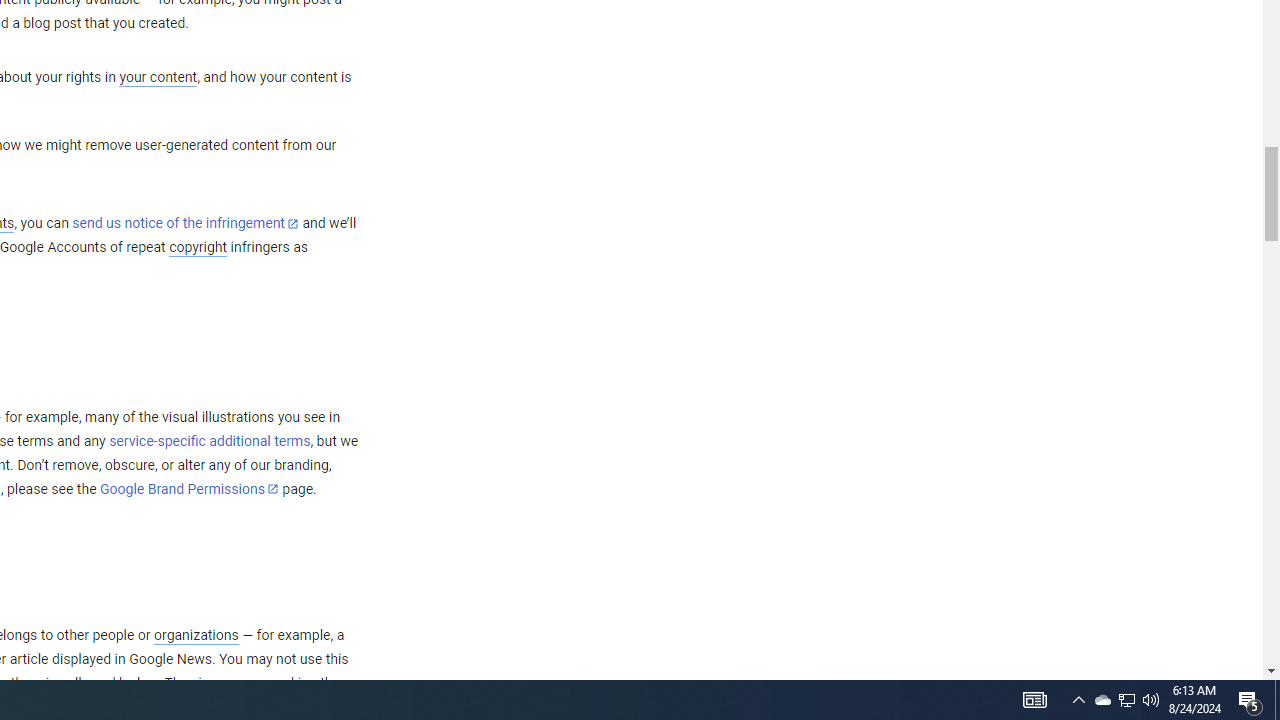  I want to click on 'service-specific additional terms', so click(209, 440).